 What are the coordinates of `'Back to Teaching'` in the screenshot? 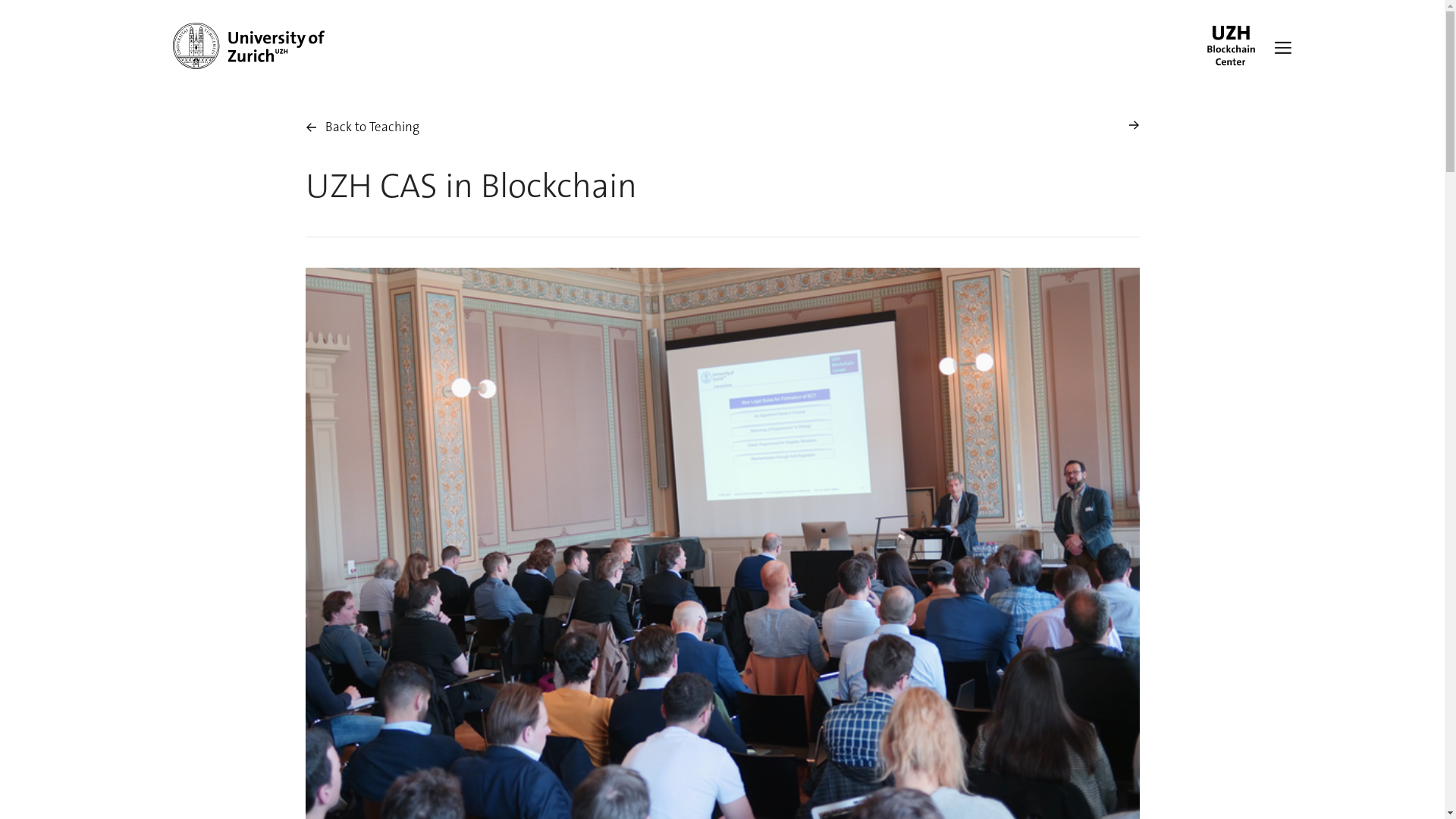 It's located at (360, 127).